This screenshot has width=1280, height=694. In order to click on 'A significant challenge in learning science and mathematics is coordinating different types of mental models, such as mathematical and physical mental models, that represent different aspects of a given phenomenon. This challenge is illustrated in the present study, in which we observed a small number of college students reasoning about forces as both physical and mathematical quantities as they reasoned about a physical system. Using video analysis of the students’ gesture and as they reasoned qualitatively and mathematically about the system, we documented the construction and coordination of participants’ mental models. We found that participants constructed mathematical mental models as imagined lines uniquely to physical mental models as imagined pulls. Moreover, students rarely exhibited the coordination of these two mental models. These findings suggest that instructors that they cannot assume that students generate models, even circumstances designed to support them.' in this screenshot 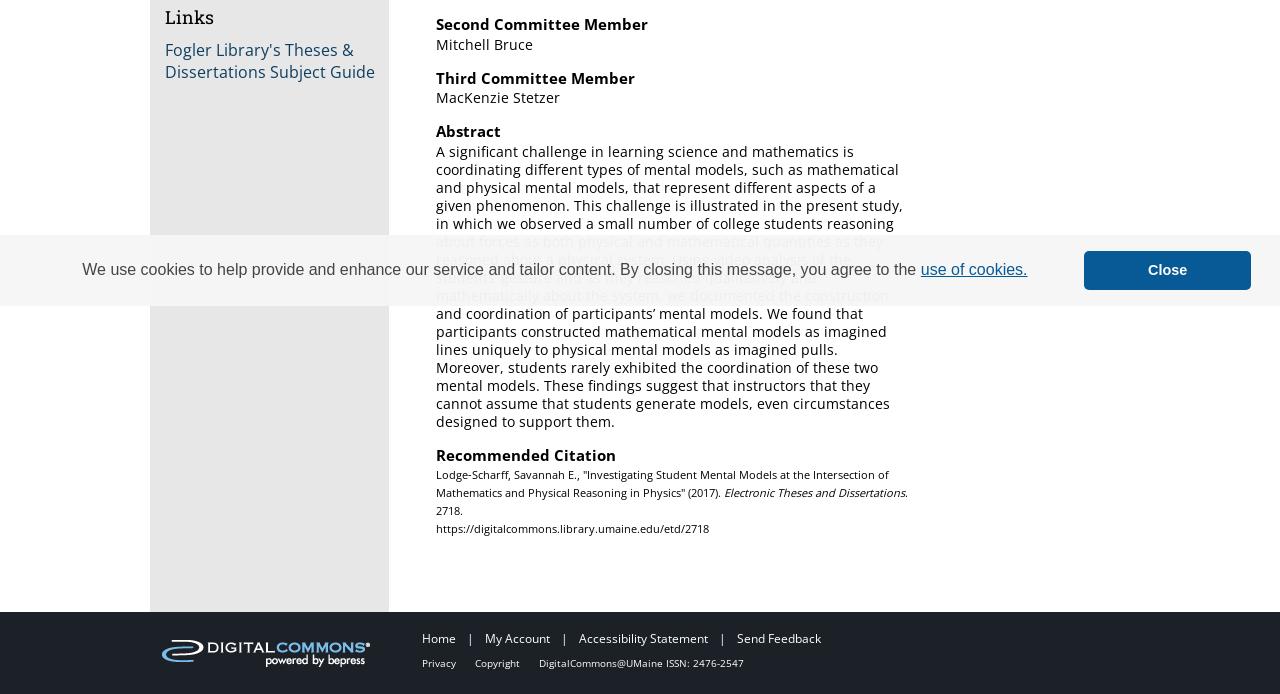, I will do `click(669, 285)`.